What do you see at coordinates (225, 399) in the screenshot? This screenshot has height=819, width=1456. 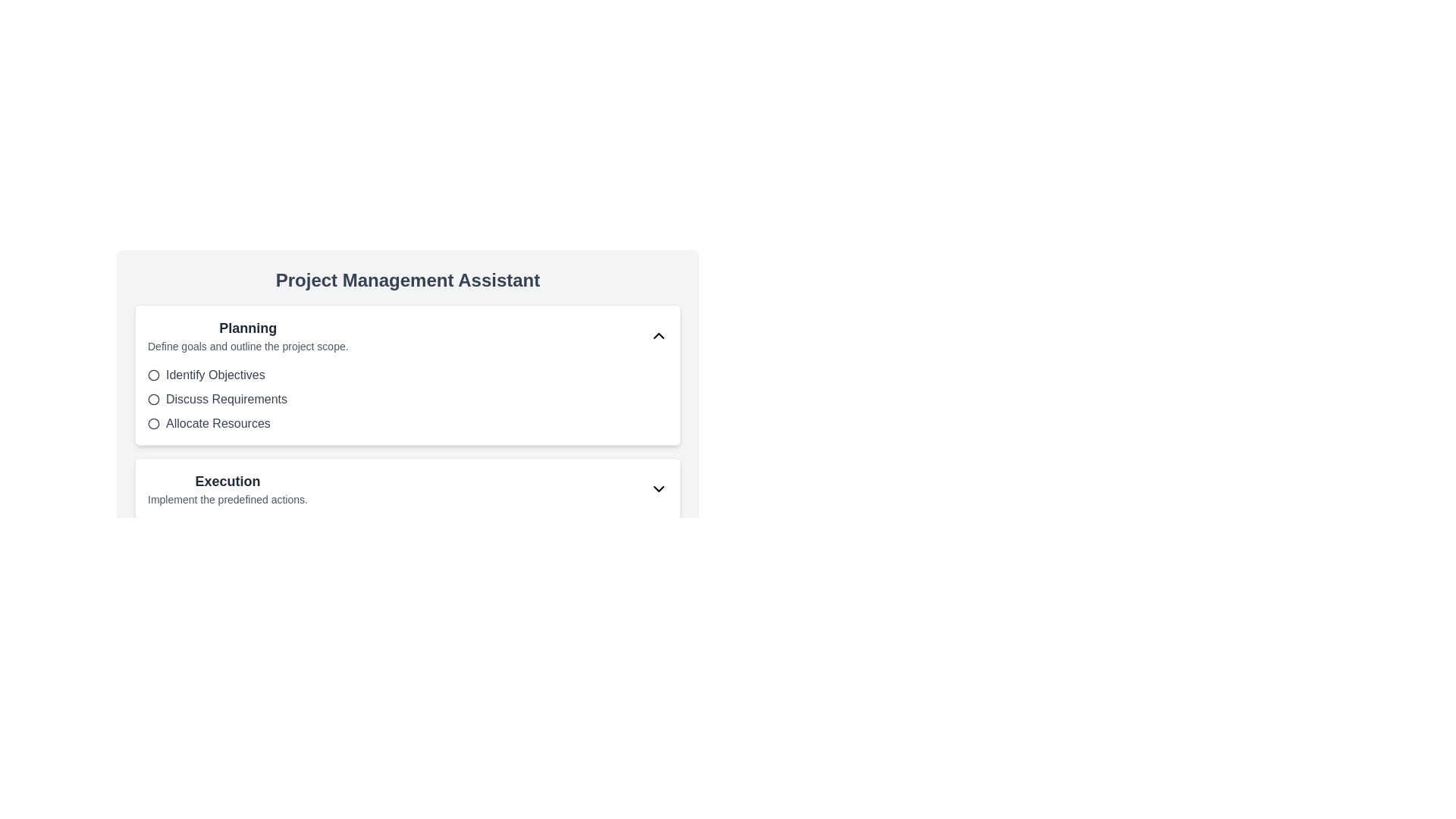 I see `the selectable text label for the task 'Discuss Requirements' in the 'Planning' section` at bounding box center [225, 399].